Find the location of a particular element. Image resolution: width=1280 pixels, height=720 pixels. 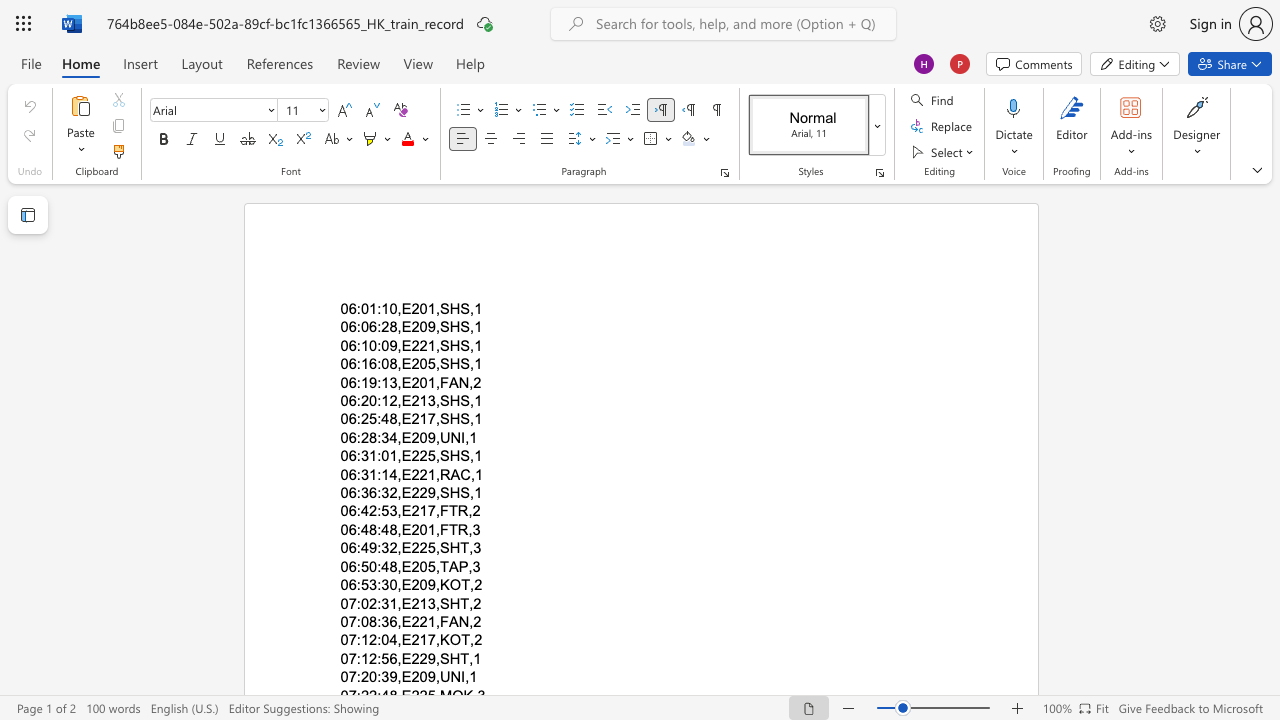

the subset text ":50:48,E205,T" within the text "06:50:48,E205,TAP,3" is located at coordinates (356, 566).